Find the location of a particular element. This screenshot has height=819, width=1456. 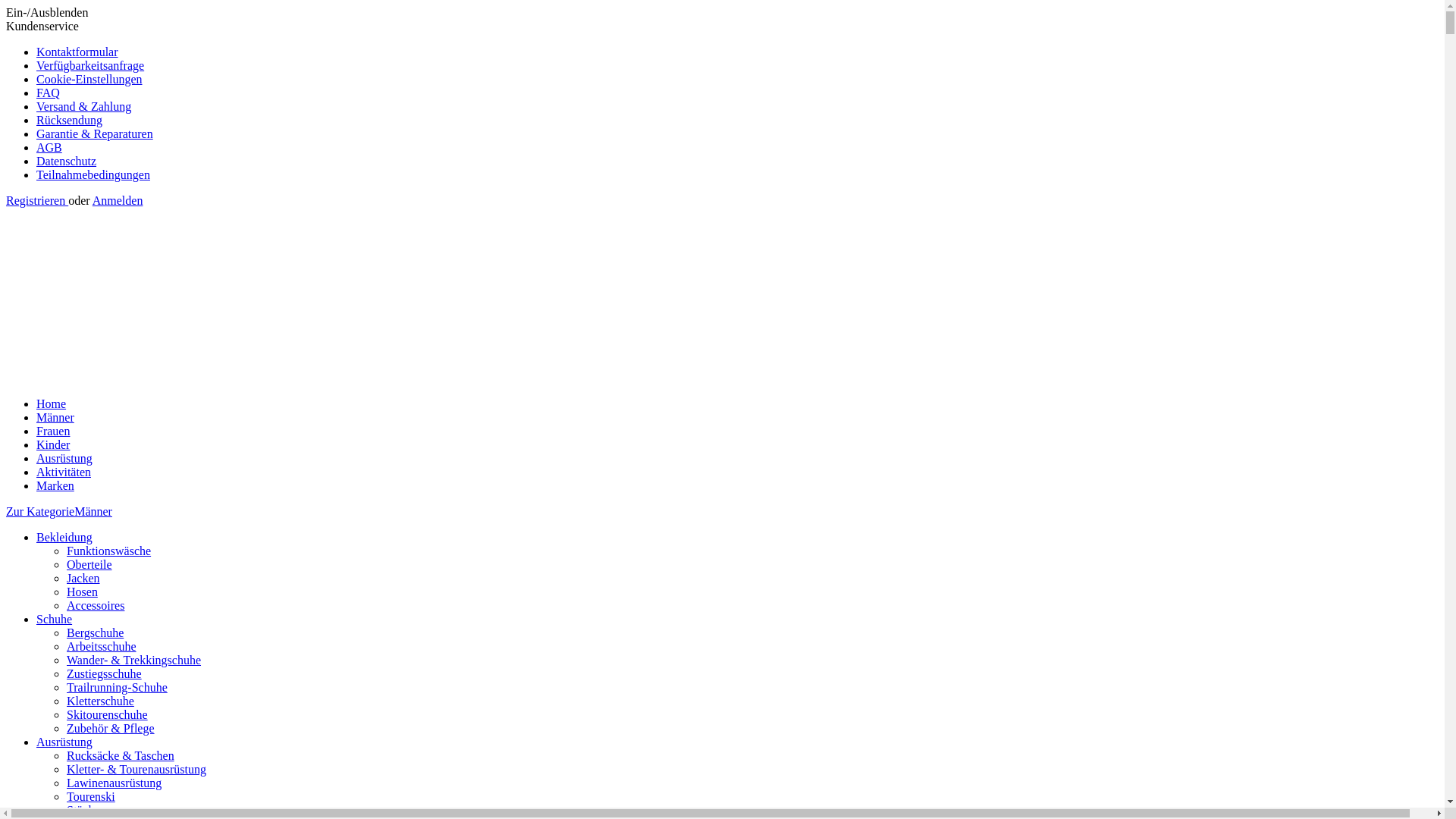

'Kinder' is located at coordinates (53, 444).